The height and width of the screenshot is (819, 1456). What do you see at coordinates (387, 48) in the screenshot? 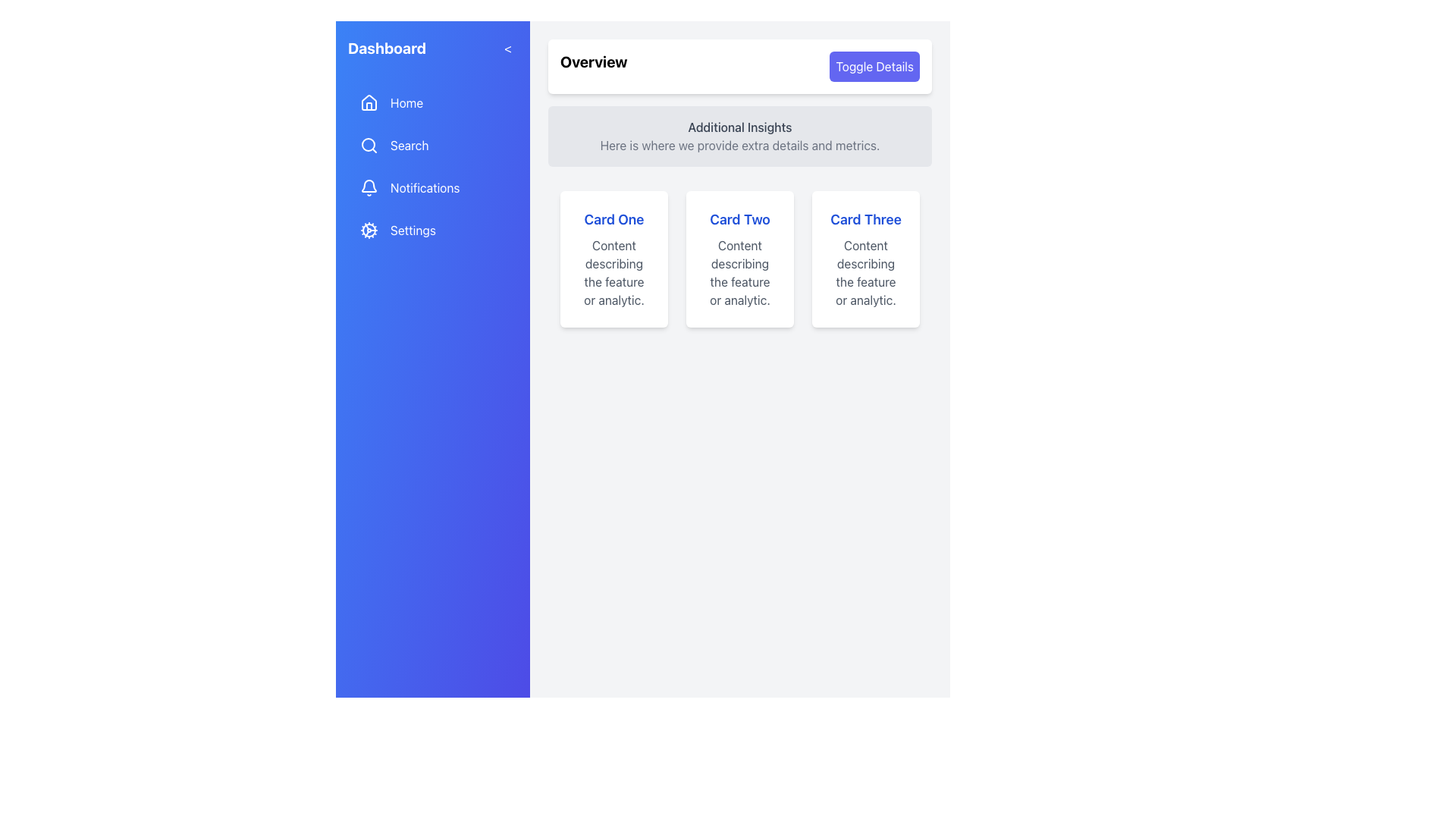
I see `the Text Label that serves as a title for the sidebar navigation, located near the top of the left-hand sidebar` at bounding box center [387, 48].